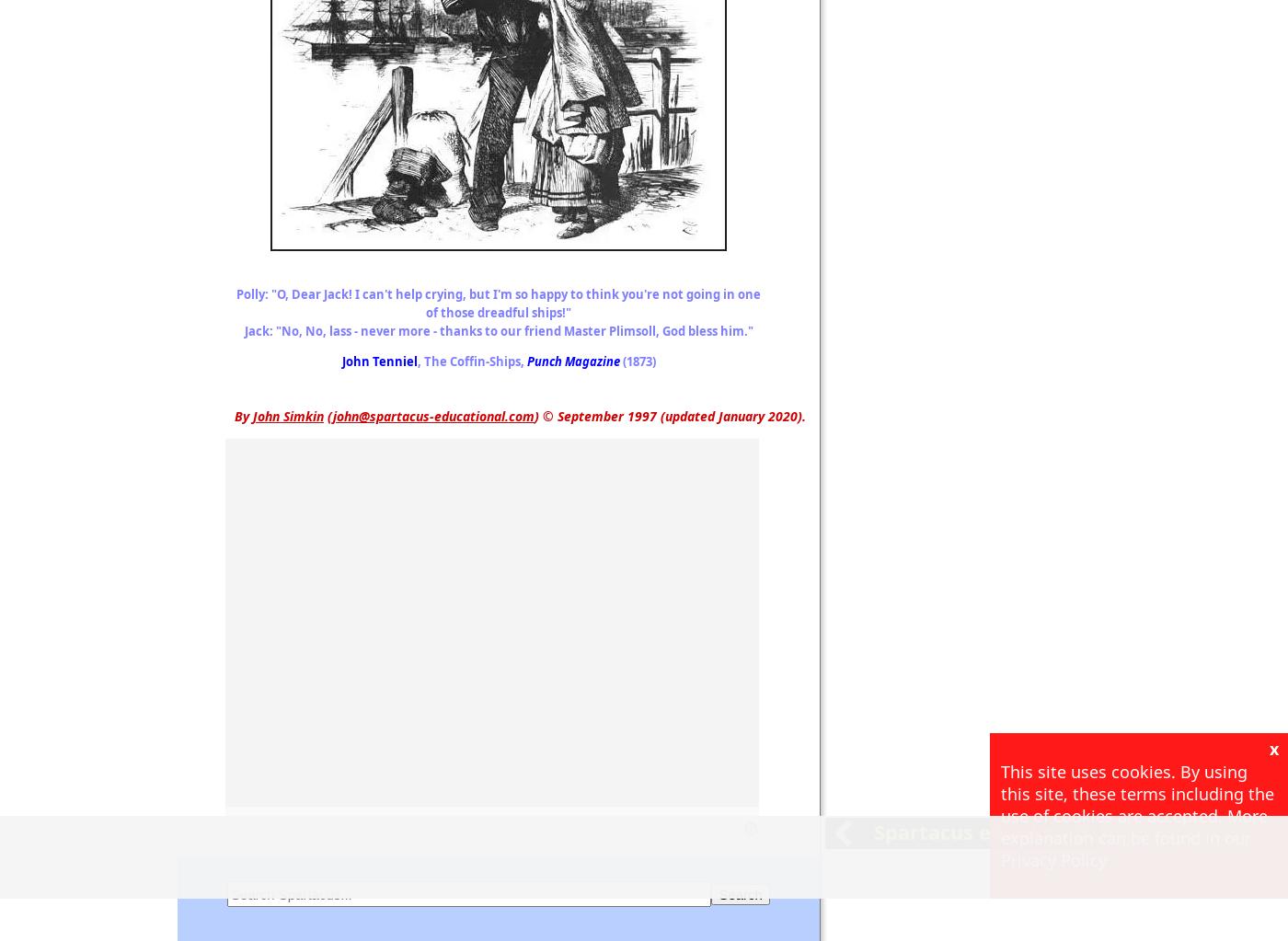 The image size is (1288, 941). What do you see at coordinates (637, 361) in the screenshot?
I see `'(1873)'` at bounding box center [637, 361].